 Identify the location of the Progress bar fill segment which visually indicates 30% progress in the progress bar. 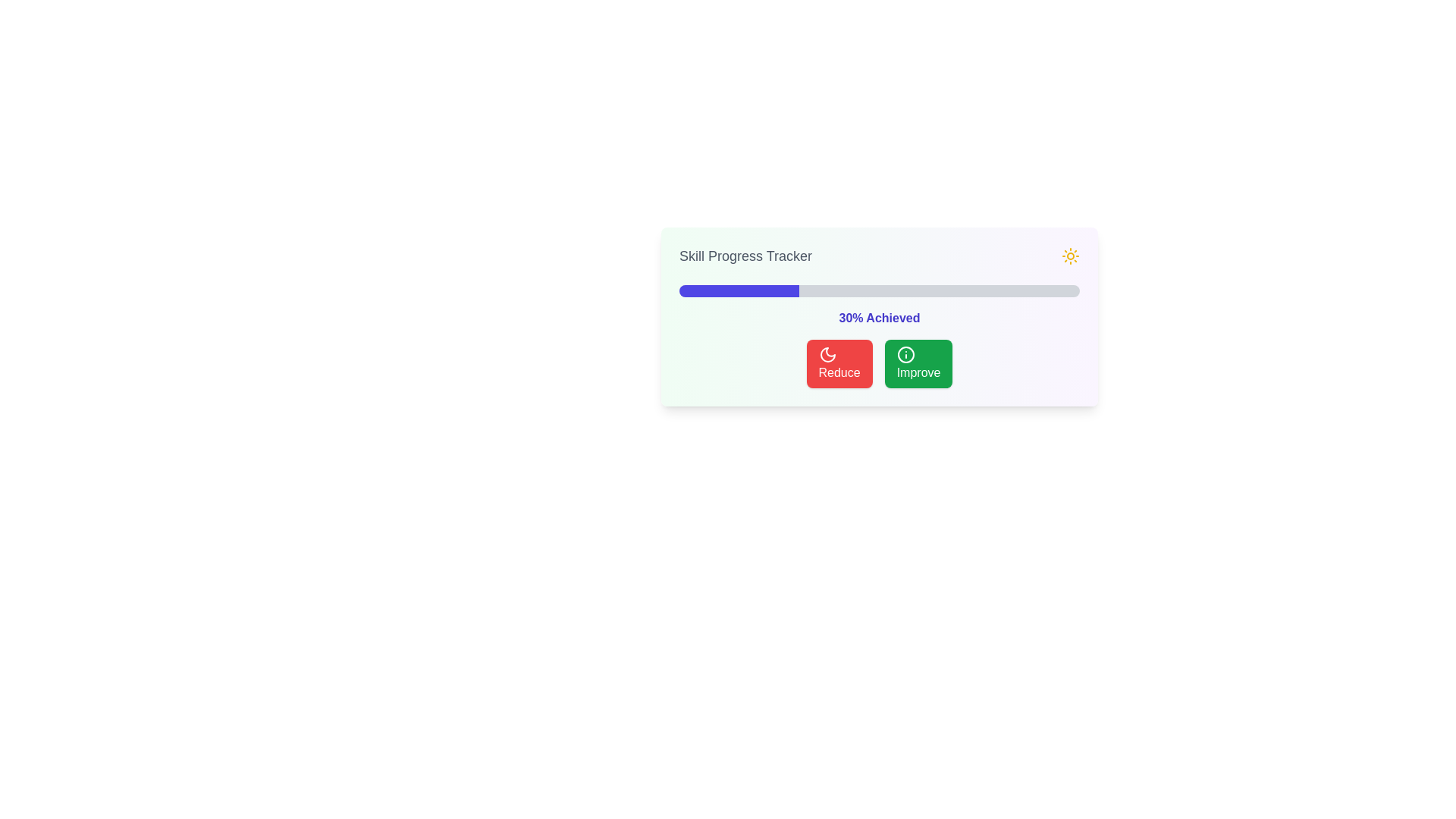
(739, 291).